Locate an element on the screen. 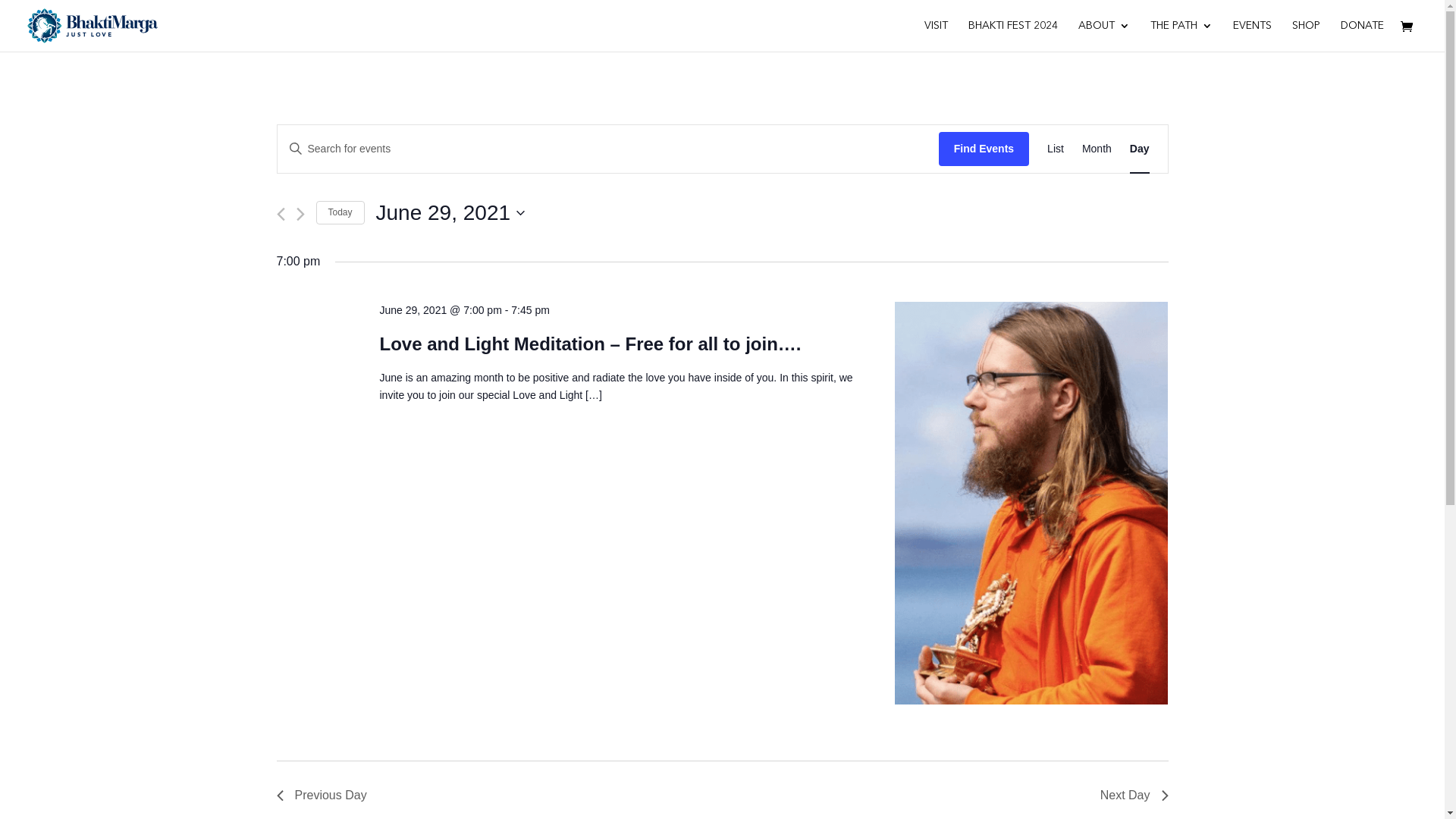 This screenshot has width=1456, height=819. 'SHOP' is located at coordinates (1305, 35).